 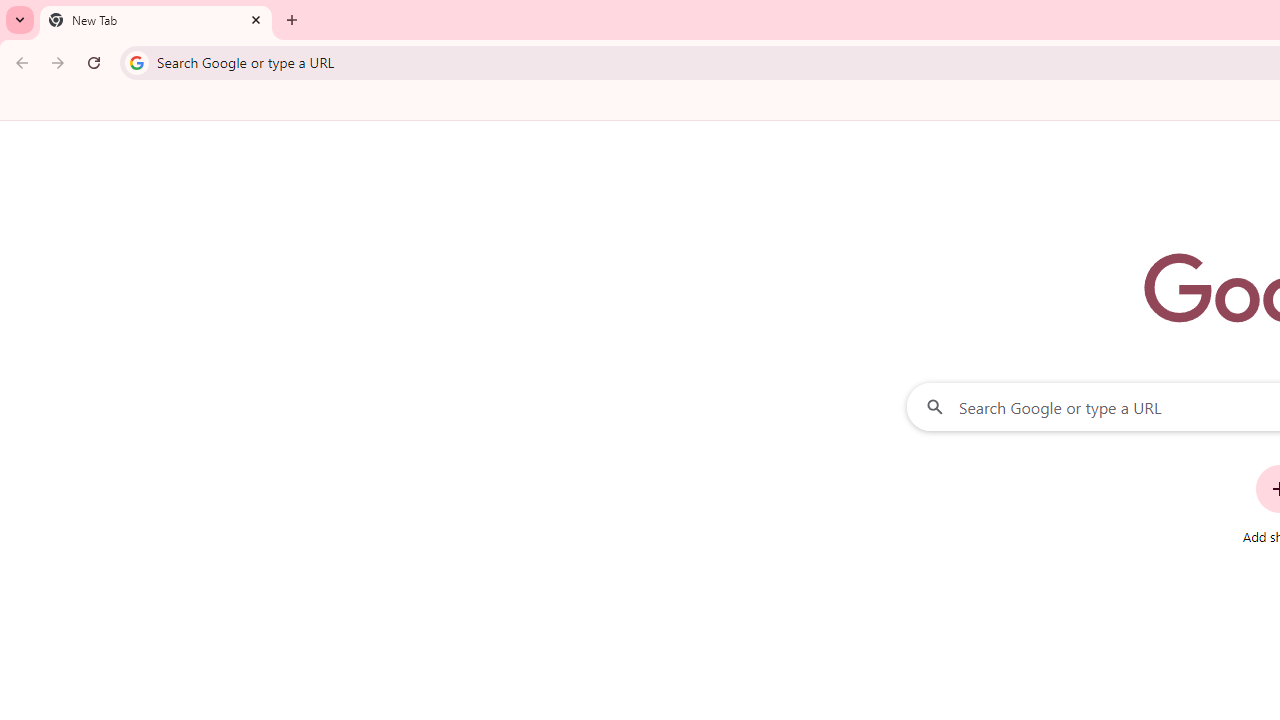 I want to click on 'New Tab', so click(x=155, y=20).